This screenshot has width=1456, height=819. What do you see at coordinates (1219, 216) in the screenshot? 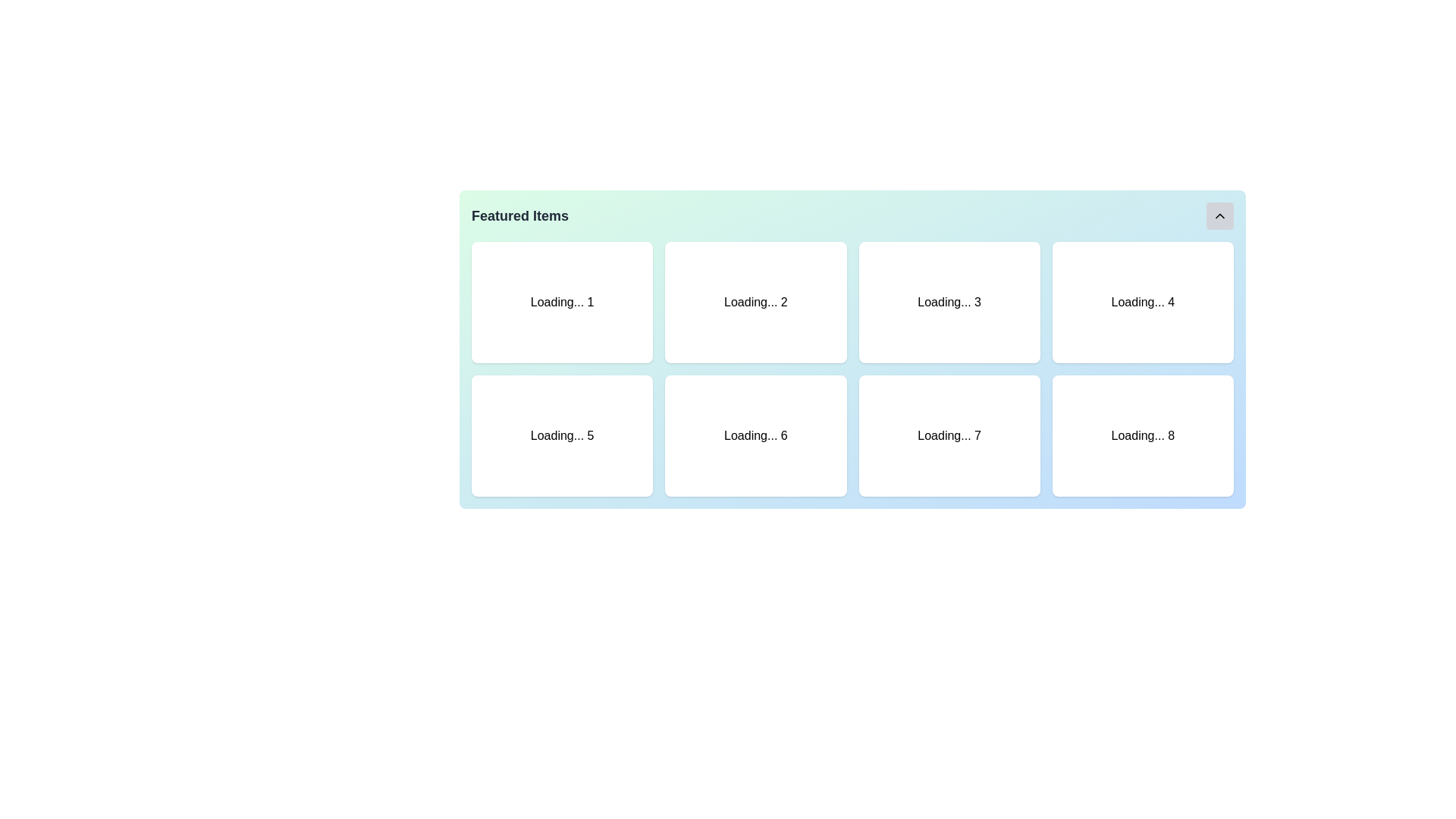
I see `the button with an embedded upward-pointing icon located in the top-right corner of the 'Featured Items' section` at bounding box center [1219, 216].